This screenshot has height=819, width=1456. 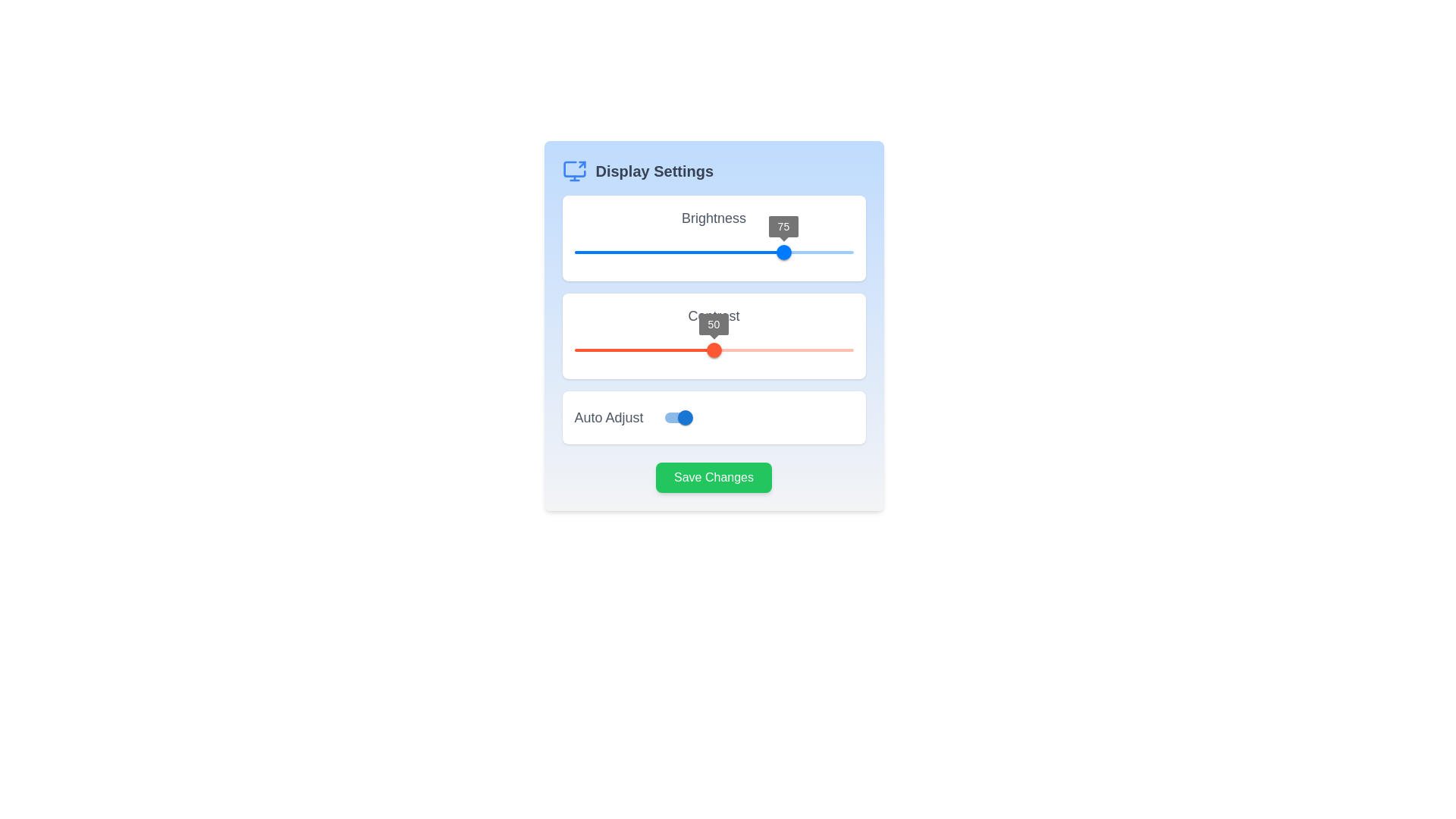 I want to click on the brightness level, so click(x=791, y=251).